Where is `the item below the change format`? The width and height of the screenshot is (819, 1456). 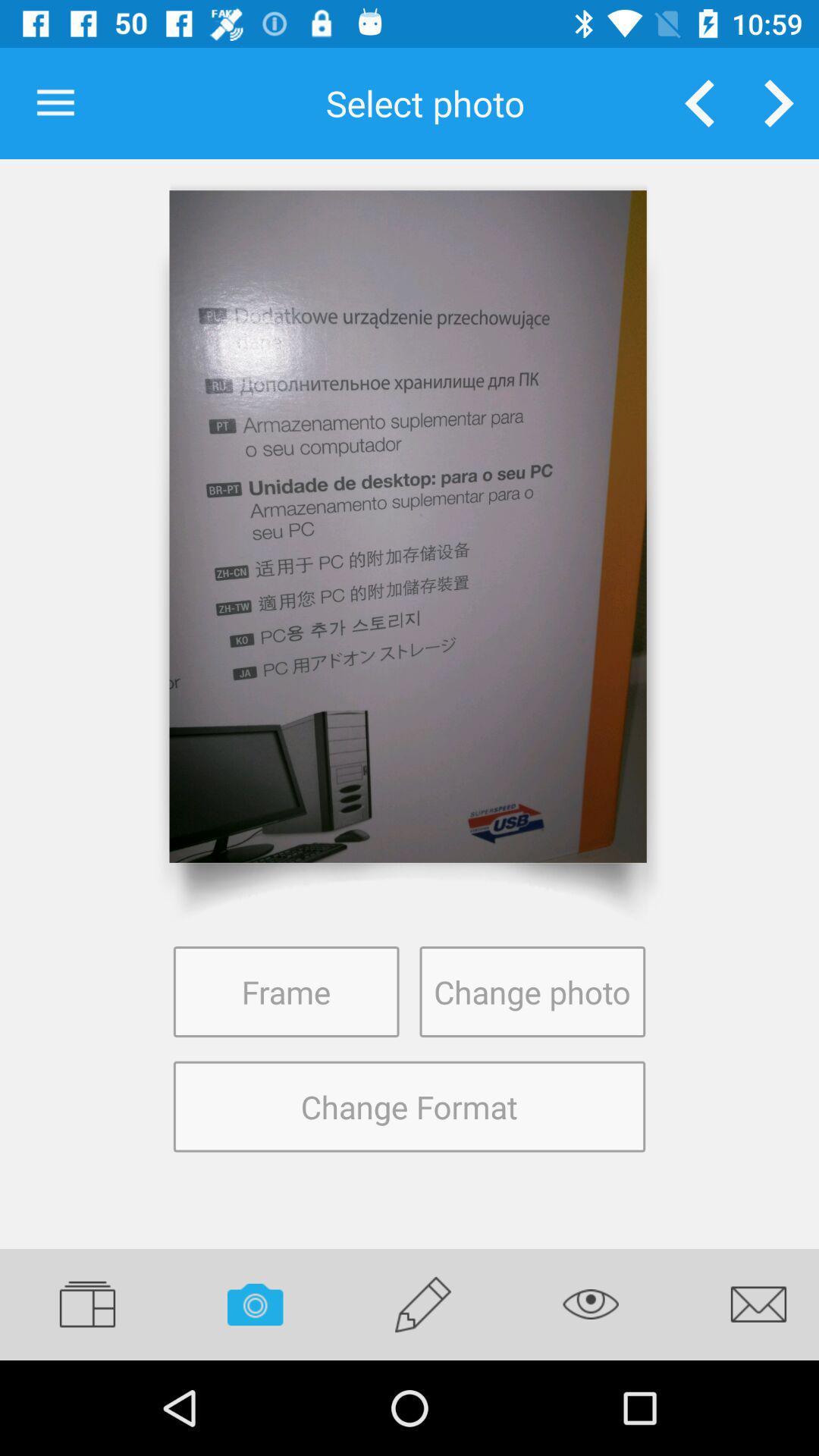
the item below the change format is located at coordinates (423, 1304).